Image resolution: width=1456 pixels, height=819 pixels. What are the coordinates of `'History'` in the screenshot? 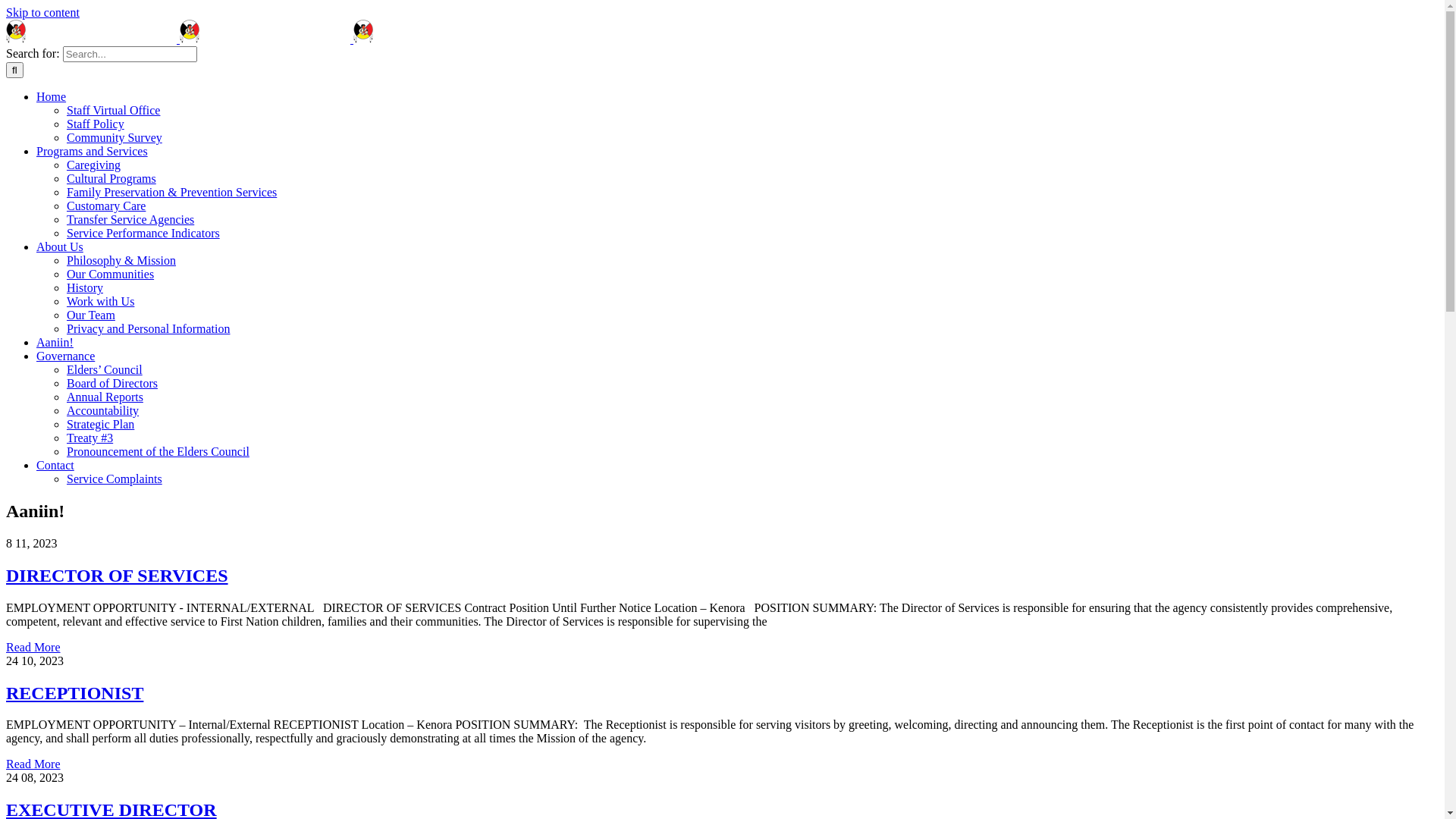 It's located at (83, 287).